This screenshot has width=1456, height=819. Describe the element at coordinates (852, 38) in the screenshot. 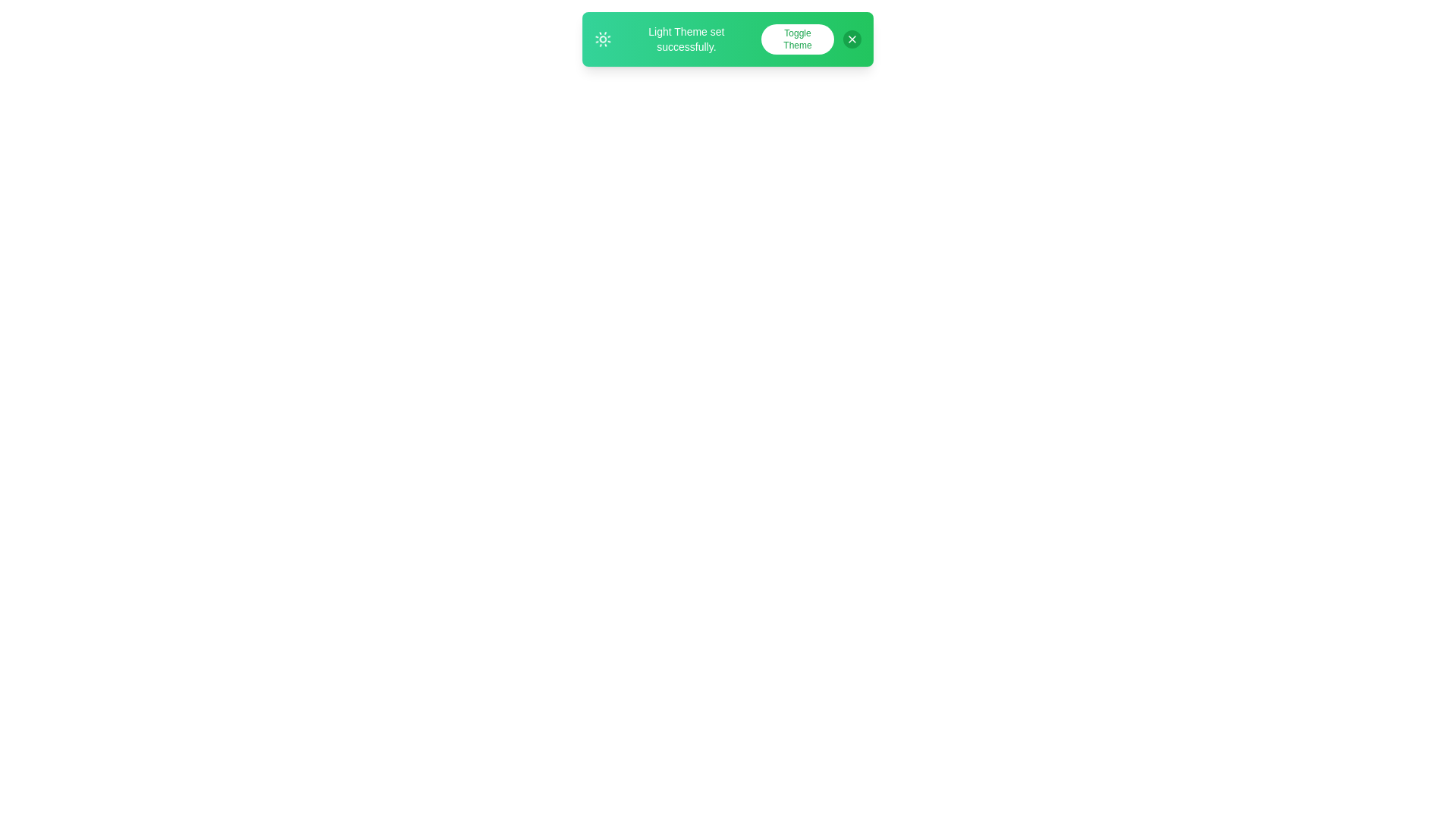

I see `the 'X' button to close the snackbar` at that location.